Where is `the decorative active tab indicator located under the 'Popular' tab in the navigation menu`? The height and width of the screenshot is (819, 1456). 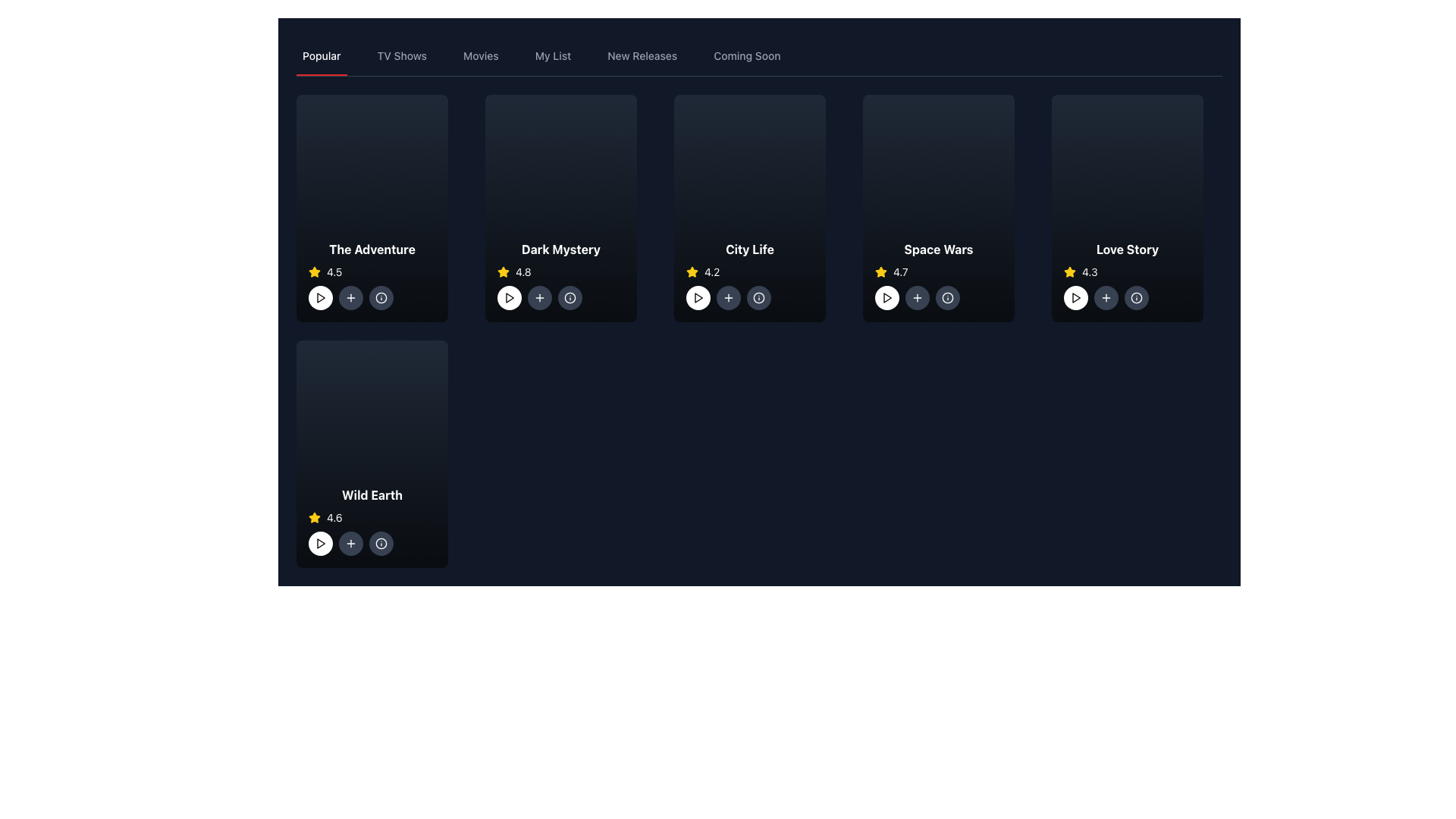
the decorative active tab indicator located under the 'Popular' tab in the navigation menu is located at coordinates (321, 75).